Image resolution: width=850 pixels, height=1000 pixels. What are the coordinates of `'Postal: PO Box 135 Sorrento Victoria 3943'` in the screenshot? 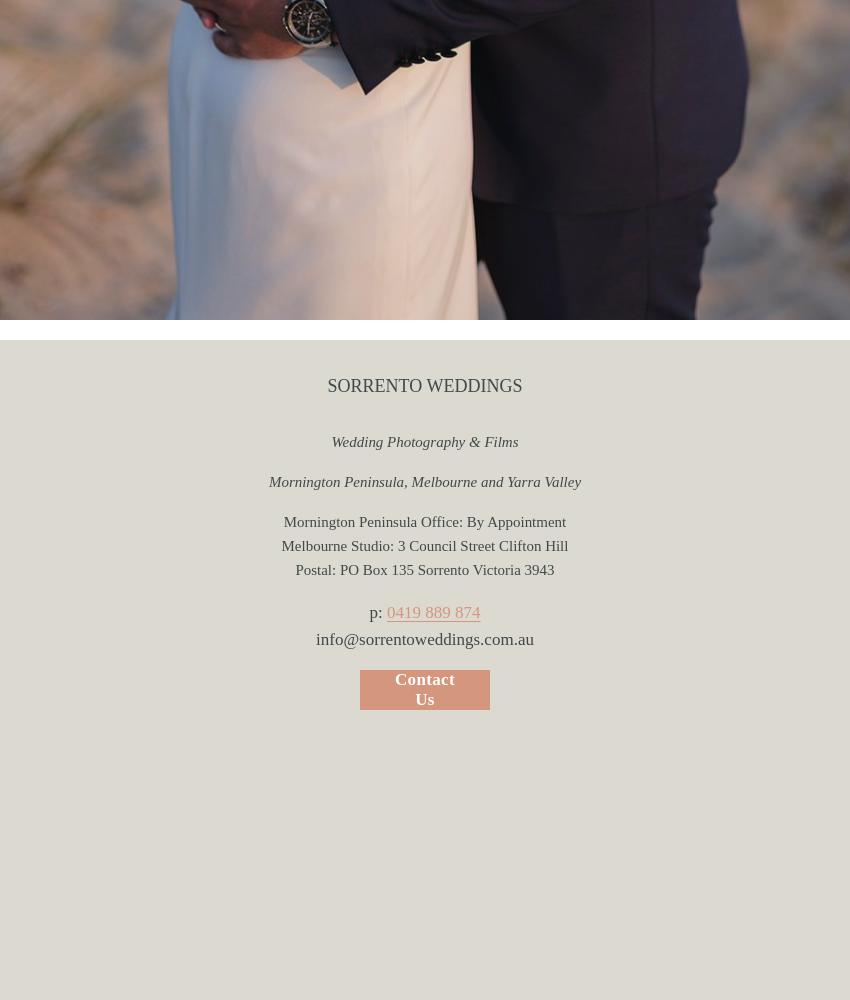 It's located at (294, 568).